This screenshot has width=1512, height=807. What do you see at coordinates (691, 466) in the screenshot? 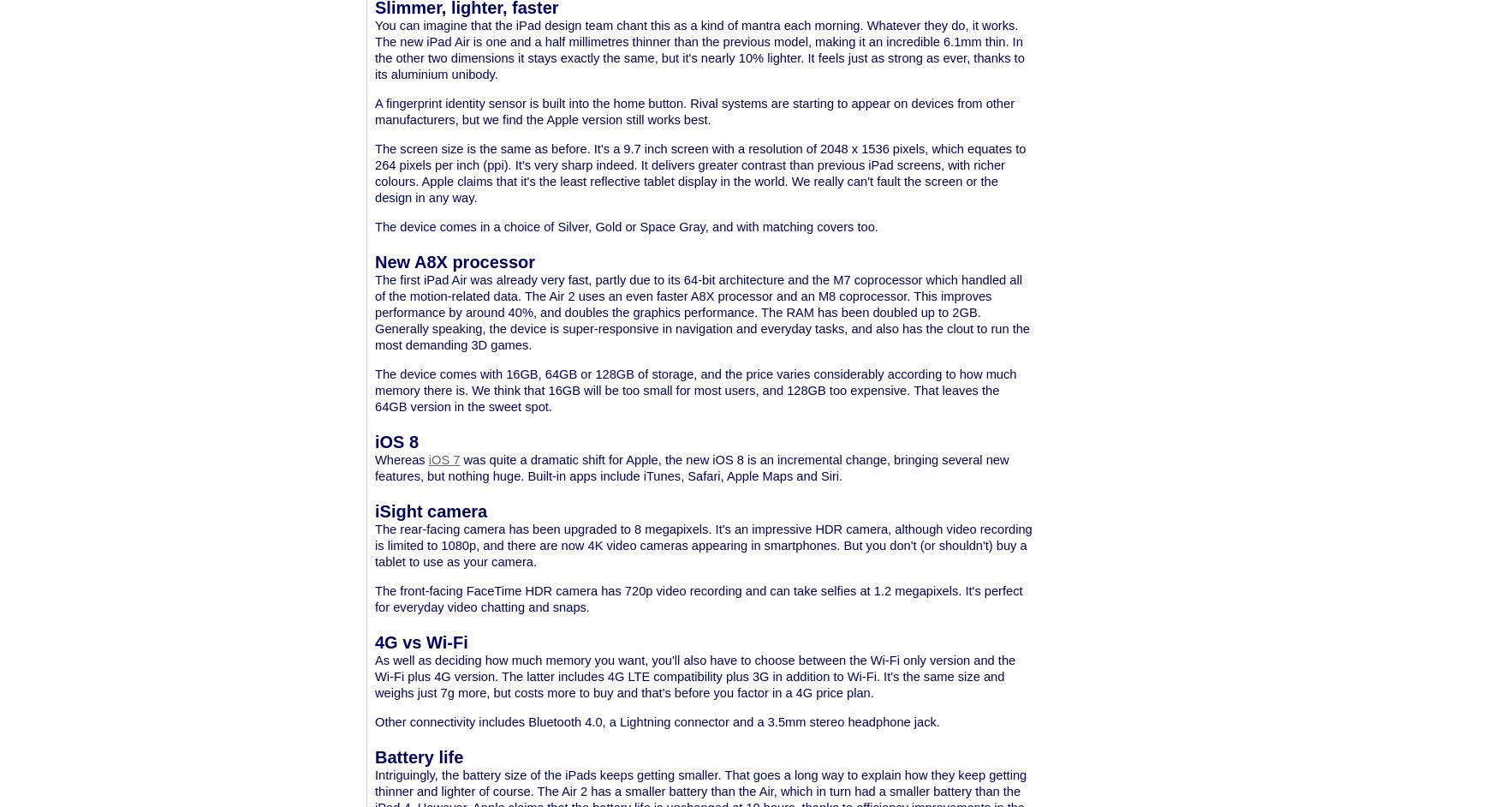
I see `'was quite a dramatic shift for Apple, the new iOS 8 is an incremental change, bringing several new features, but nothing huge. Built-in apps include iTunes, Safari, Apple Maps and Siri.'` at bounding box center [691, 466].